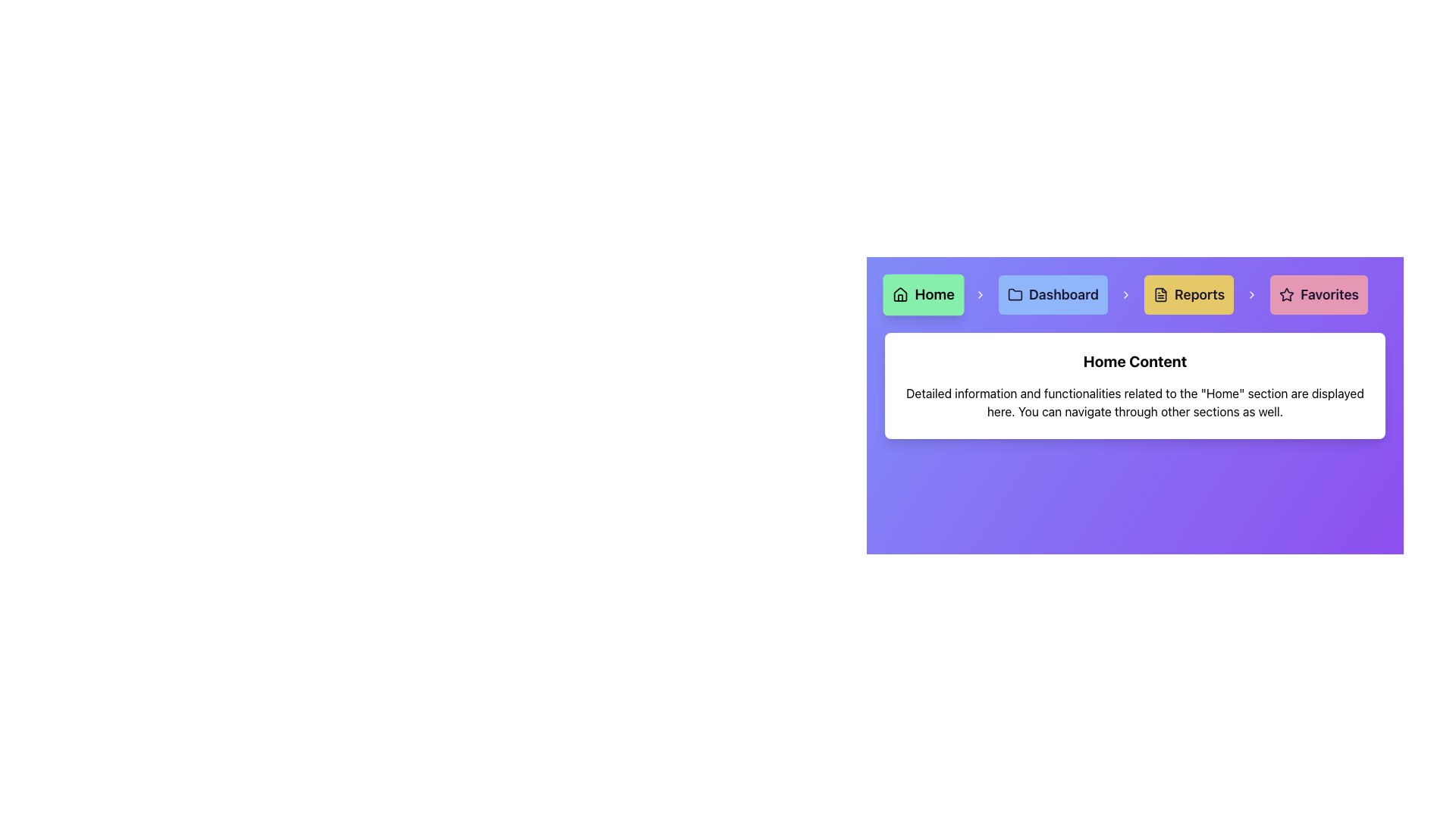  I want to click on text of the bolded label 'Home' located in the green-highlighted button at the top-left of the navigation bar, immediately to the right of the house icon, so click(934, 295).